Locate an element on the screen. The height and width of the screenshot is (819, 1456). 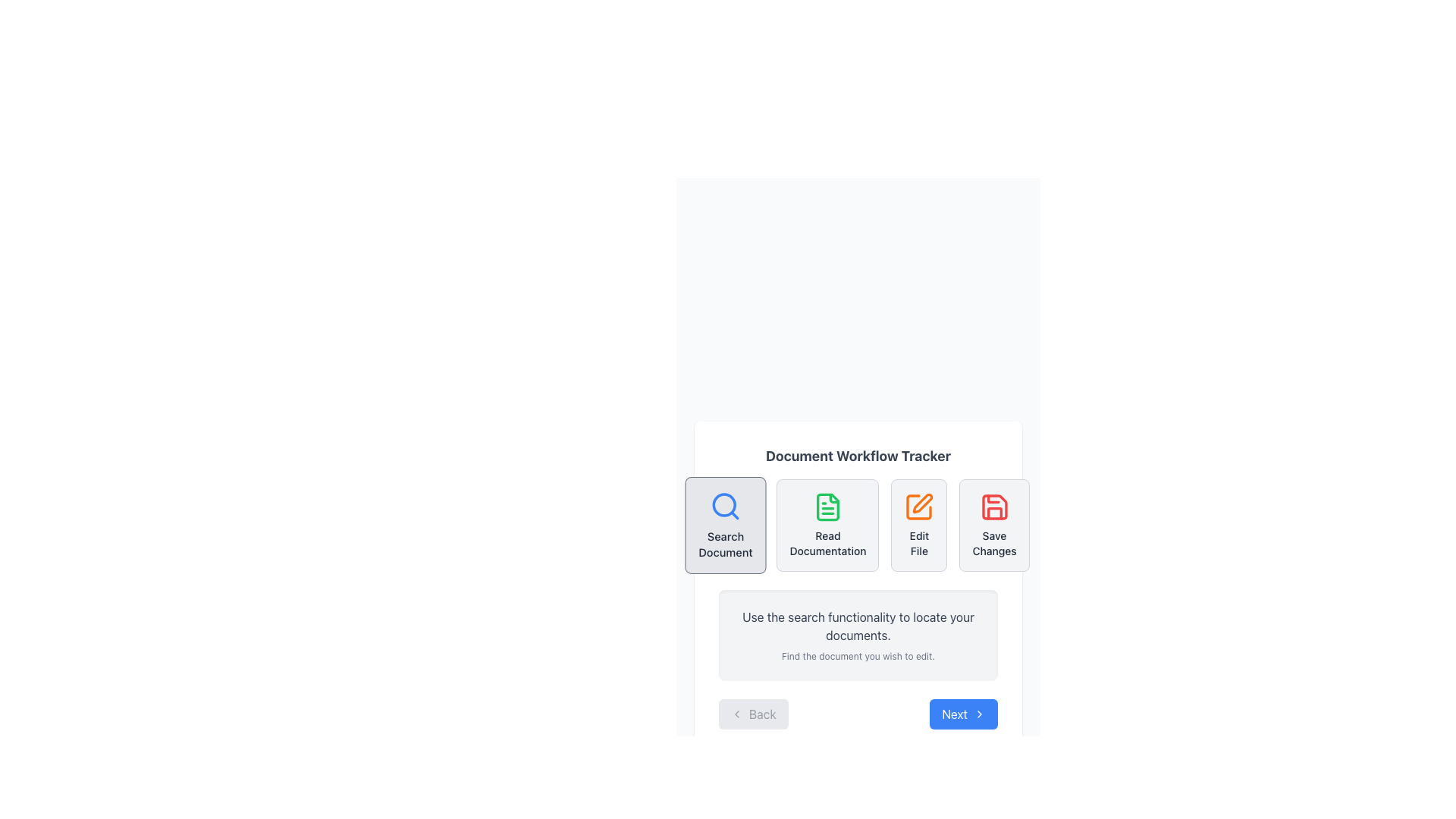
the orange square-shaped icon button with a stylized pen icon labeled 'Edit File' is located at coordinates (918, 507).